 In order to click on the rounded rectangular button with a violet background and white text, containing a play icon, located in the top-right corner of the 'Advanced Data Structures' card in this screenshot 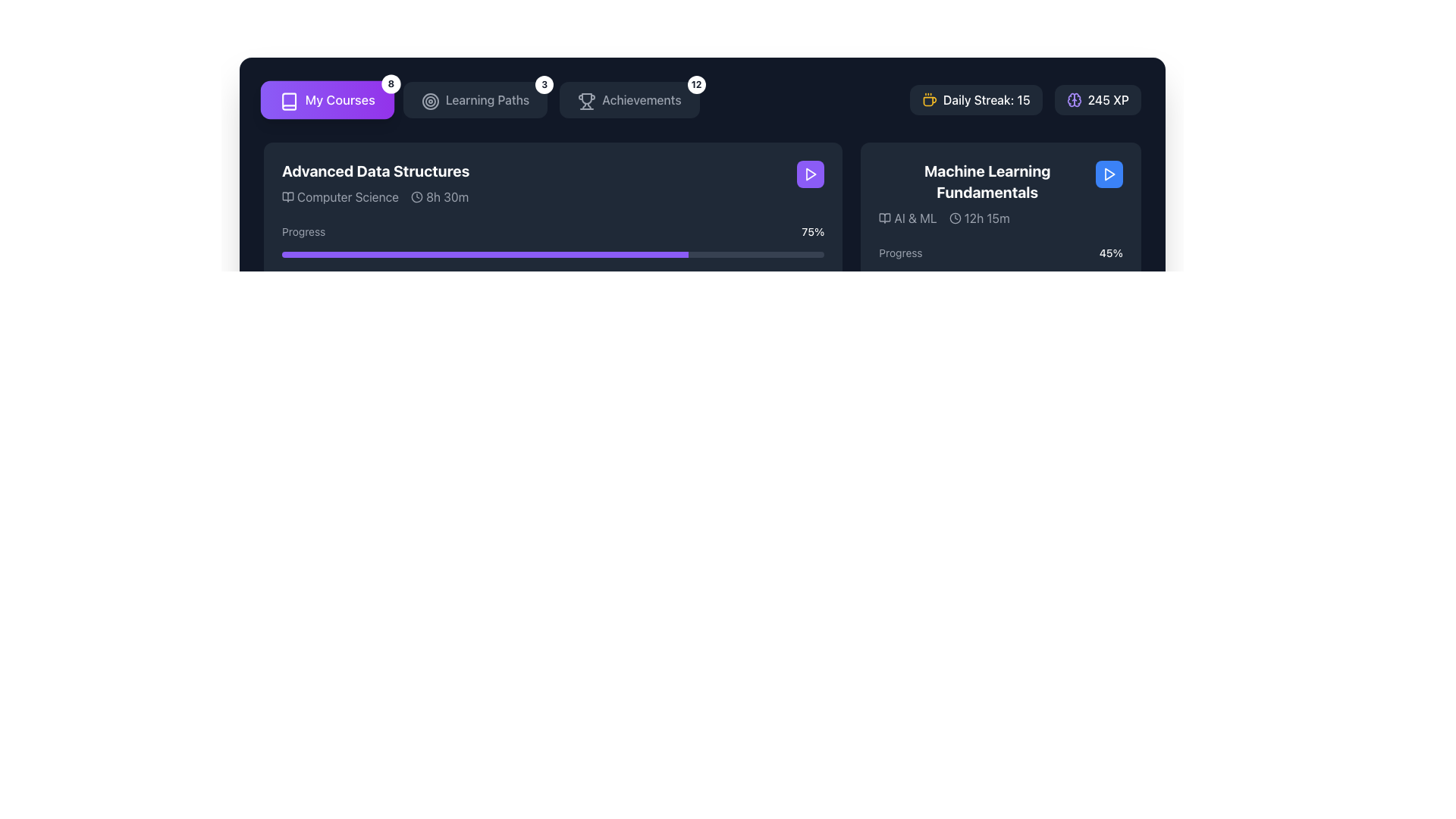, I will do `click(810, 174)`.